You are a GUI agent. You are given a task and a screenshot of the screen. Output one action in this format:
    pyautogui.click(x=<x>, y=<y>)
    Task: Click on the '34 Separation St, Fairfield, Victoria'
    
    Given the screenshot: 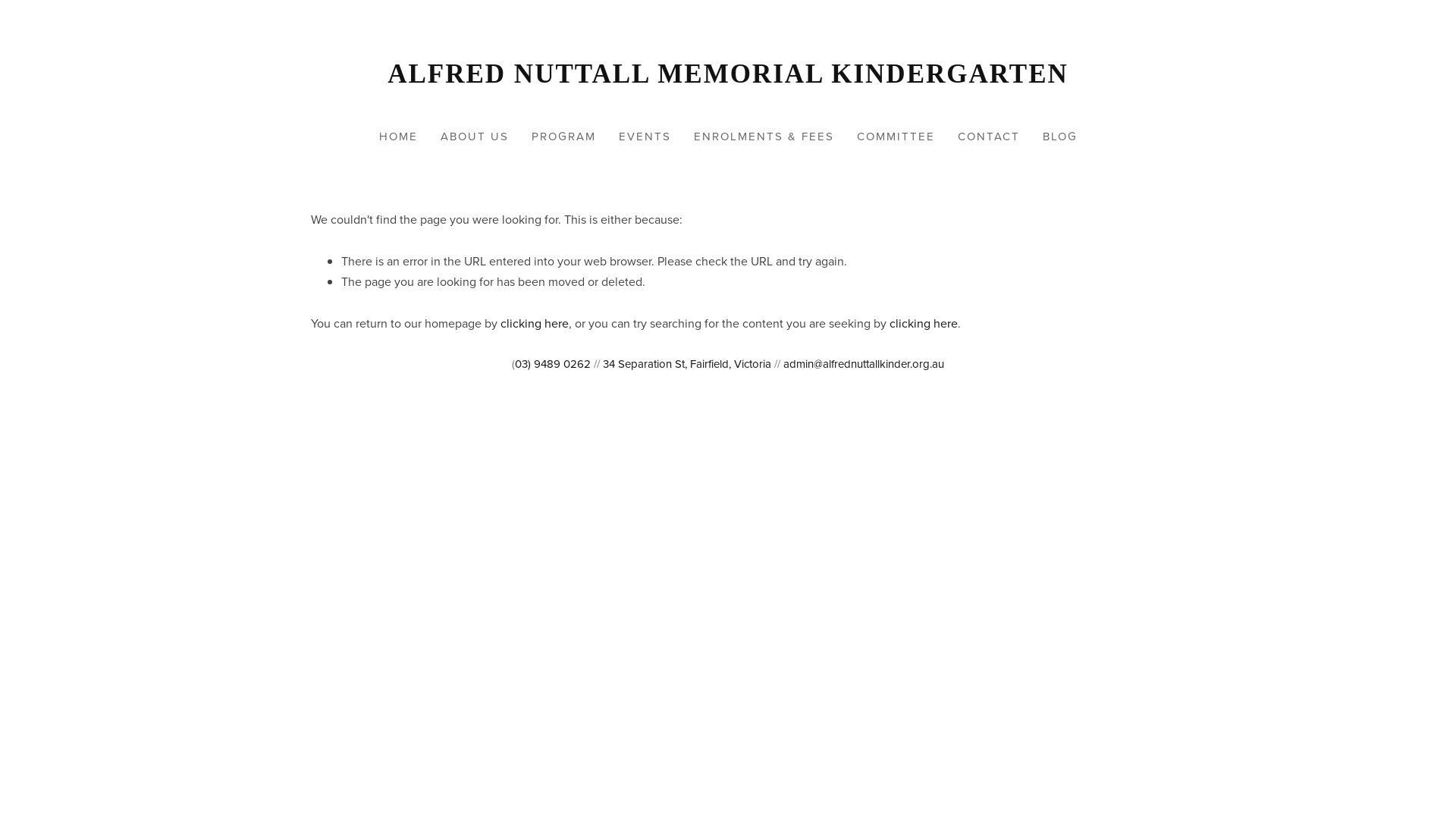 What is the action you would take?
    pyautogui.click(x=686, y=363)
    